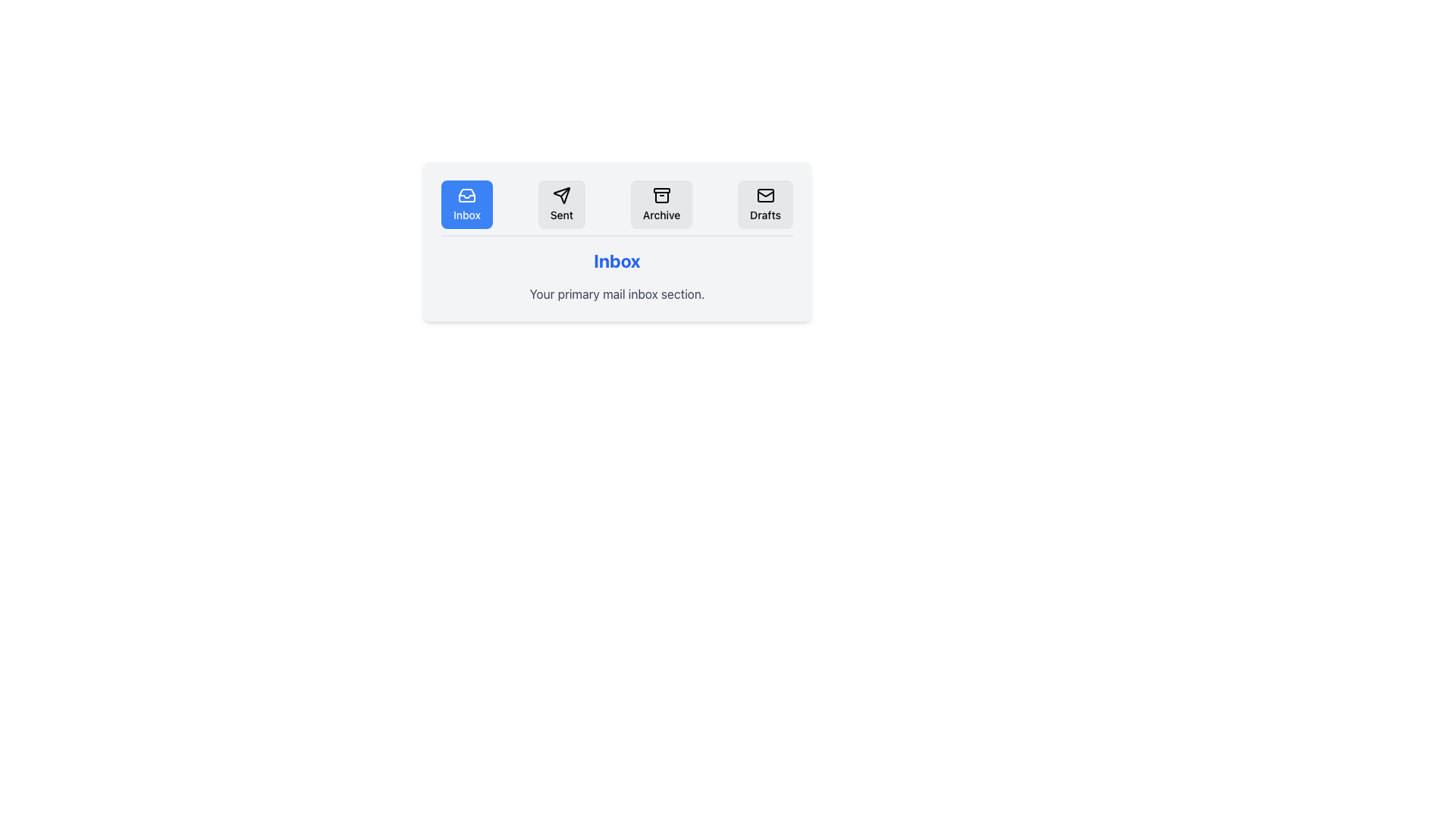  What do you see at coordinates (661, 190) in the screenshot?
I see `the decorative element of the 'Archive' icon, which is positioned near the upper boundary and horizontally centered with respect to the icon` at bounding box center [661, 190].